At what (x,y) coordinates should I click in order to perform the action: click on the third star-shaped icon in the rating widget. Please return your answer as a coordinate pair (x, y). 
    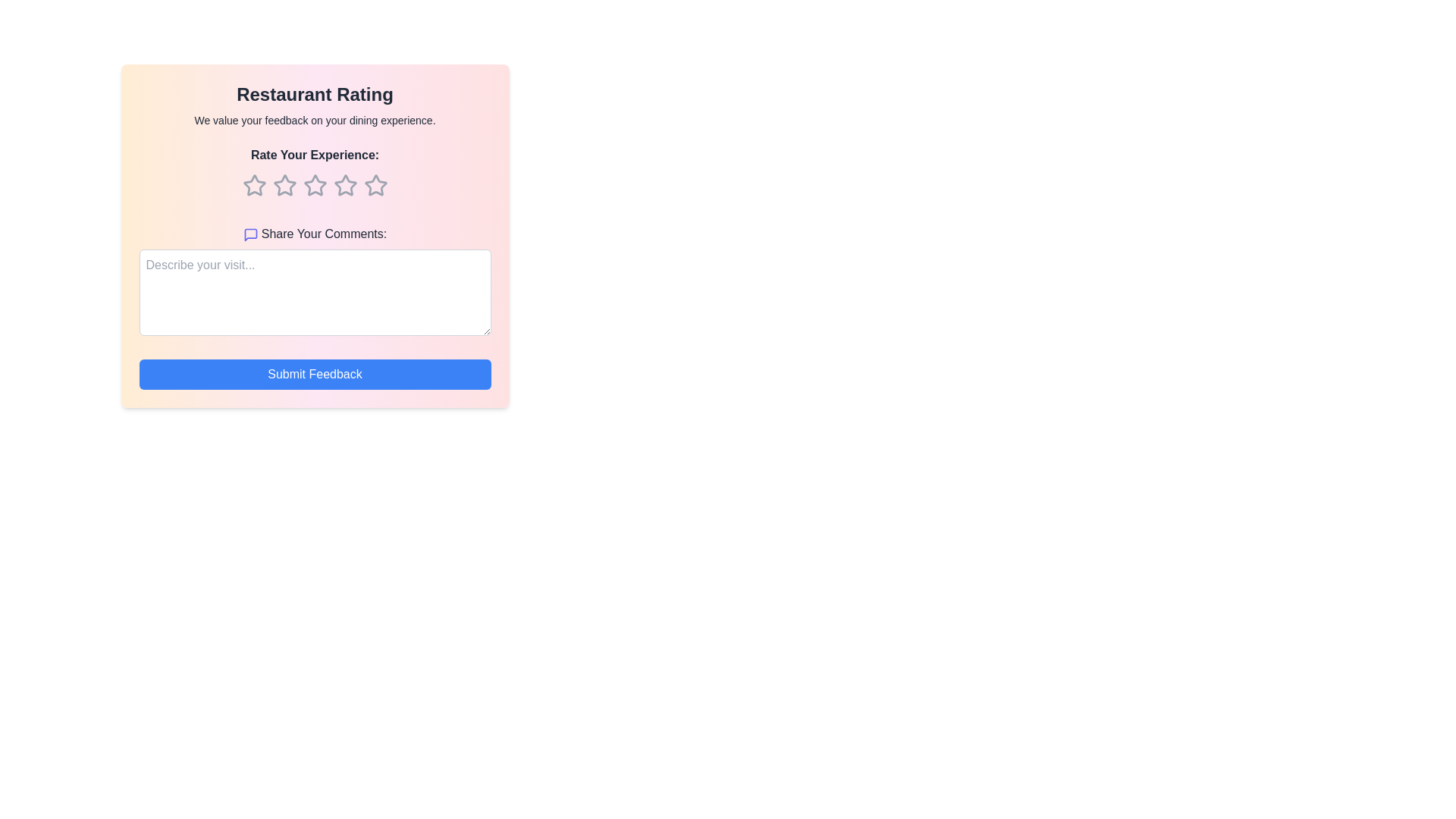
    Looking at the image, I should click on (344, 184).